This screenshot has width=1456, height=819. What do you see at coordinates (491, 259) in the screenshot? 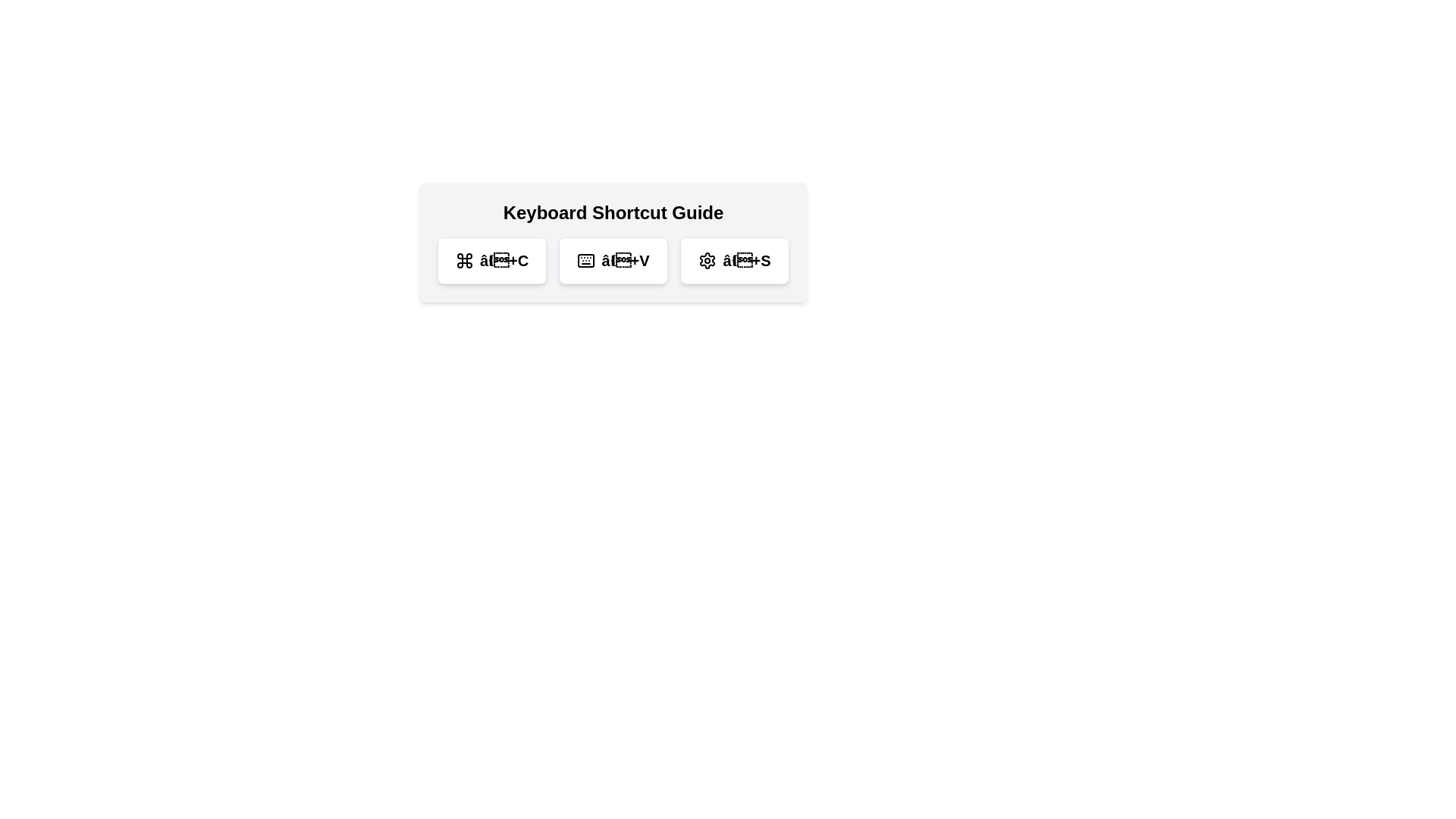
I see `the copy shortcut button, which is the first button in a row of three buttons located in the top-left corner` at bounding box center [491, 259].